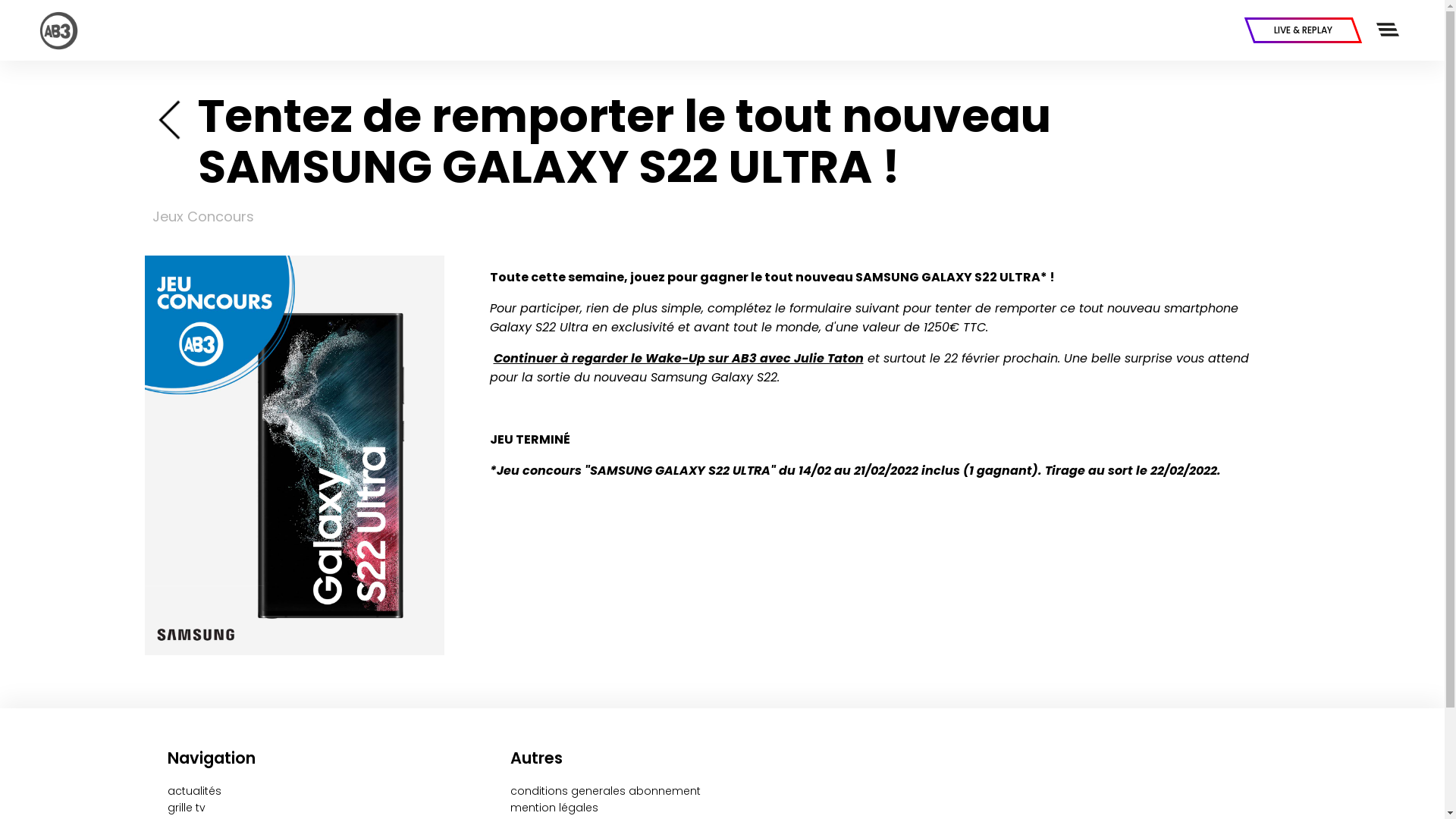 The image size is (1456, 819). What do you see at coordinates (184, 806) in the screenshot?
I see `'grille tv'` at bounding box center [184, 806].